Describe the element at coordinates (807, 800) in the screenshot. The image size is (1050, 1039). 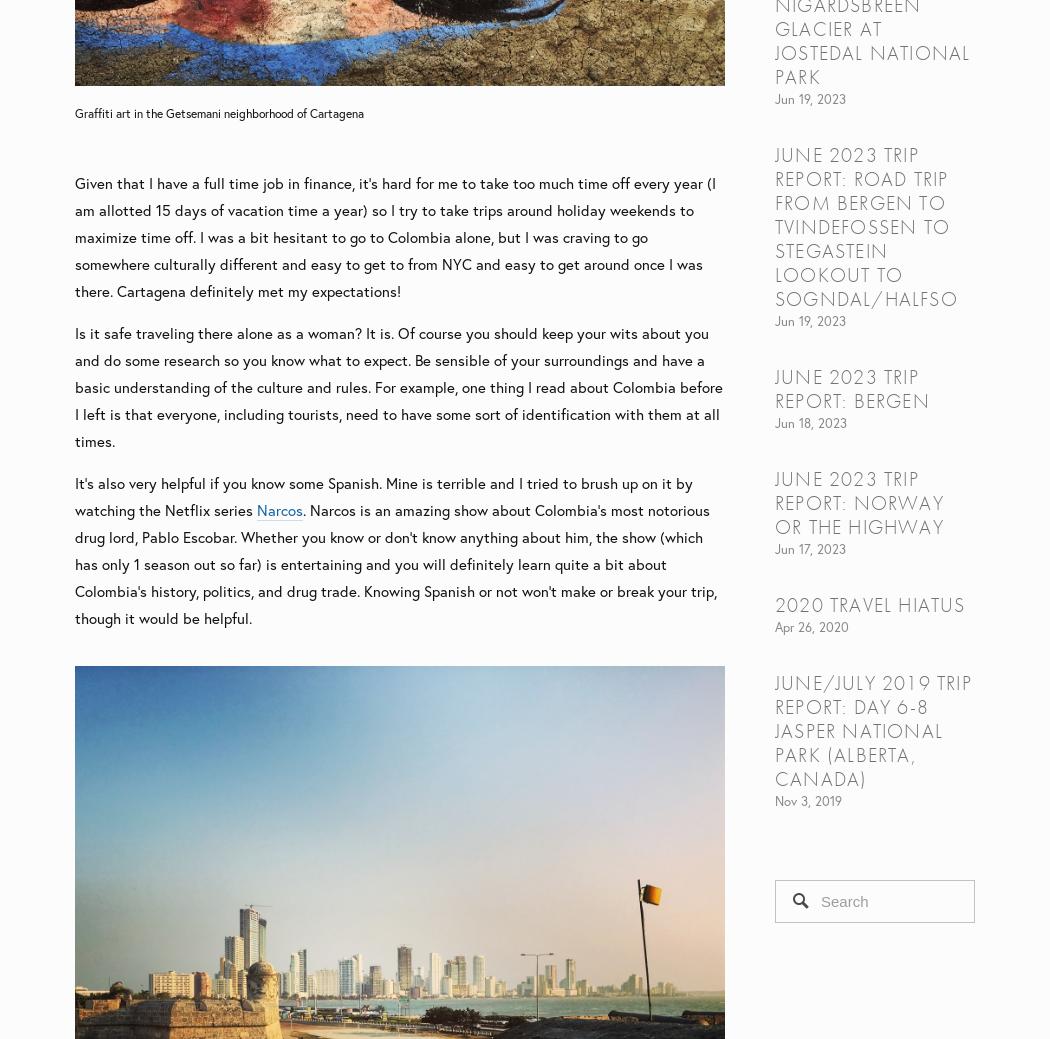
I see `'Nov 3, 2019'` at that location.